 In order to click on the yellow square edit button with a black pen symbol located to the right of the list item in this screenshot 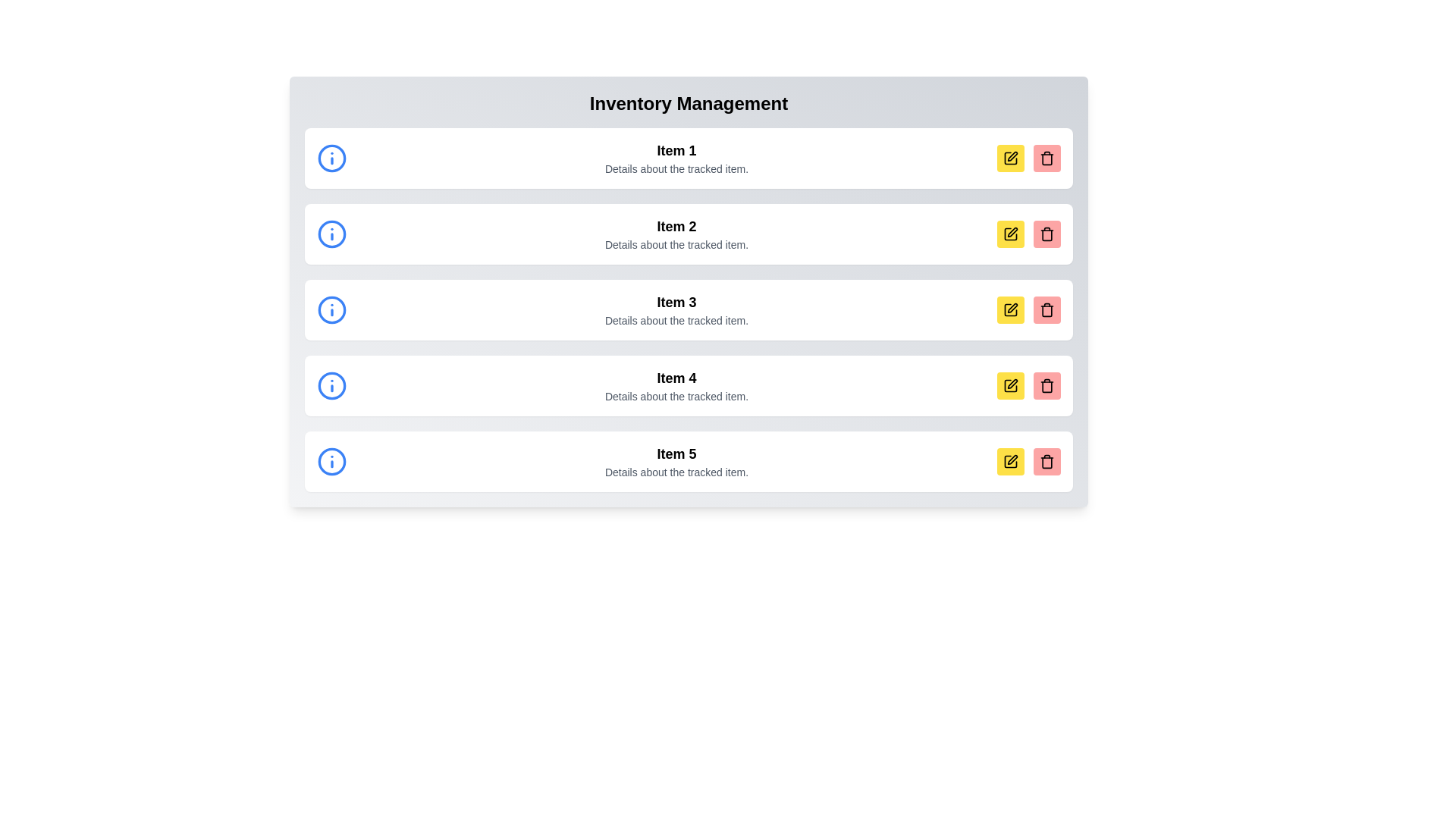, I will do `click(1011, 234)`.